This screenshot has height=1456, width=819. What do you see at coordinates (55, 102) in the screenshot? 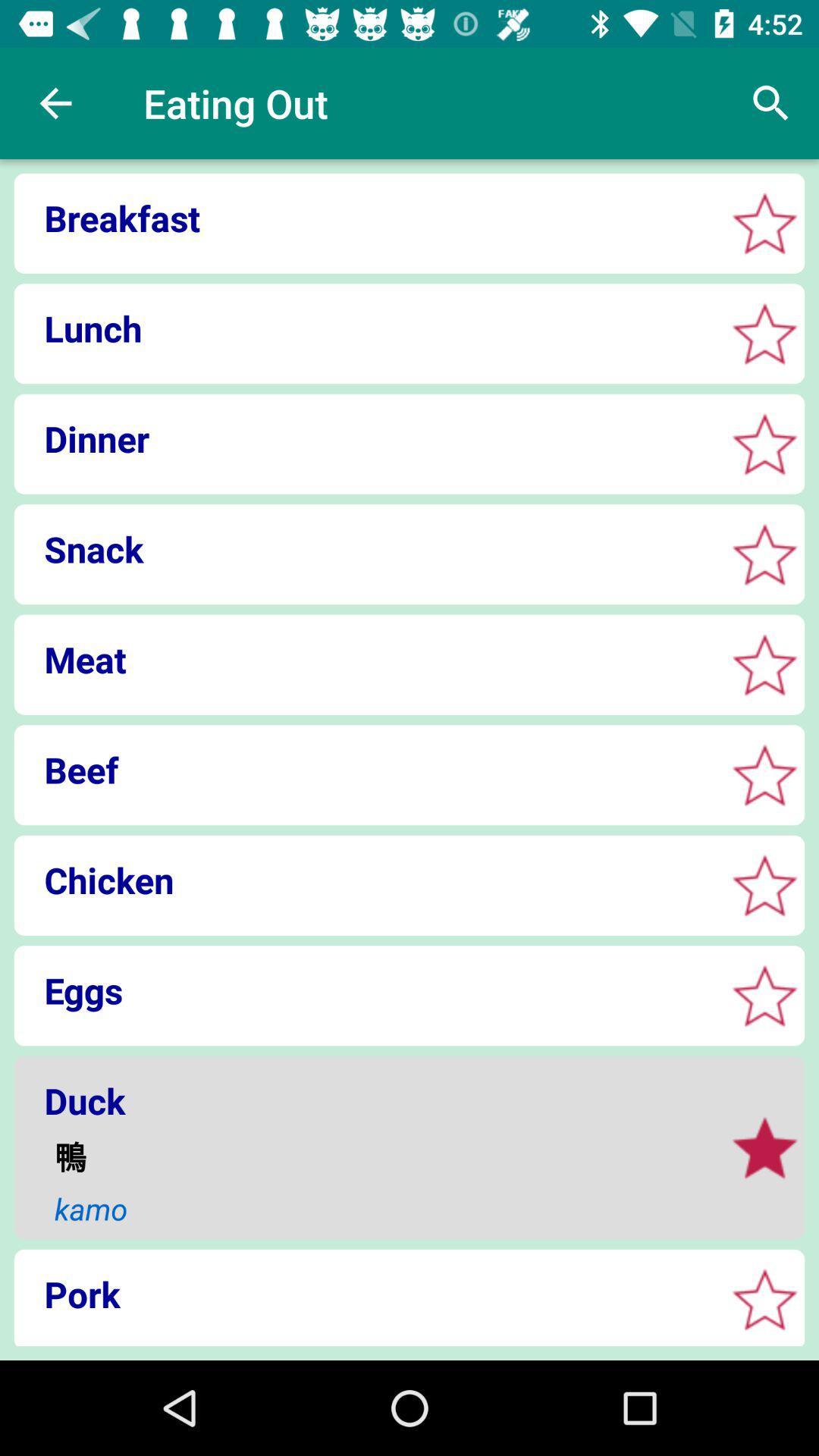
I see `the icon above the breakfast` at bounding box center [55, 102].